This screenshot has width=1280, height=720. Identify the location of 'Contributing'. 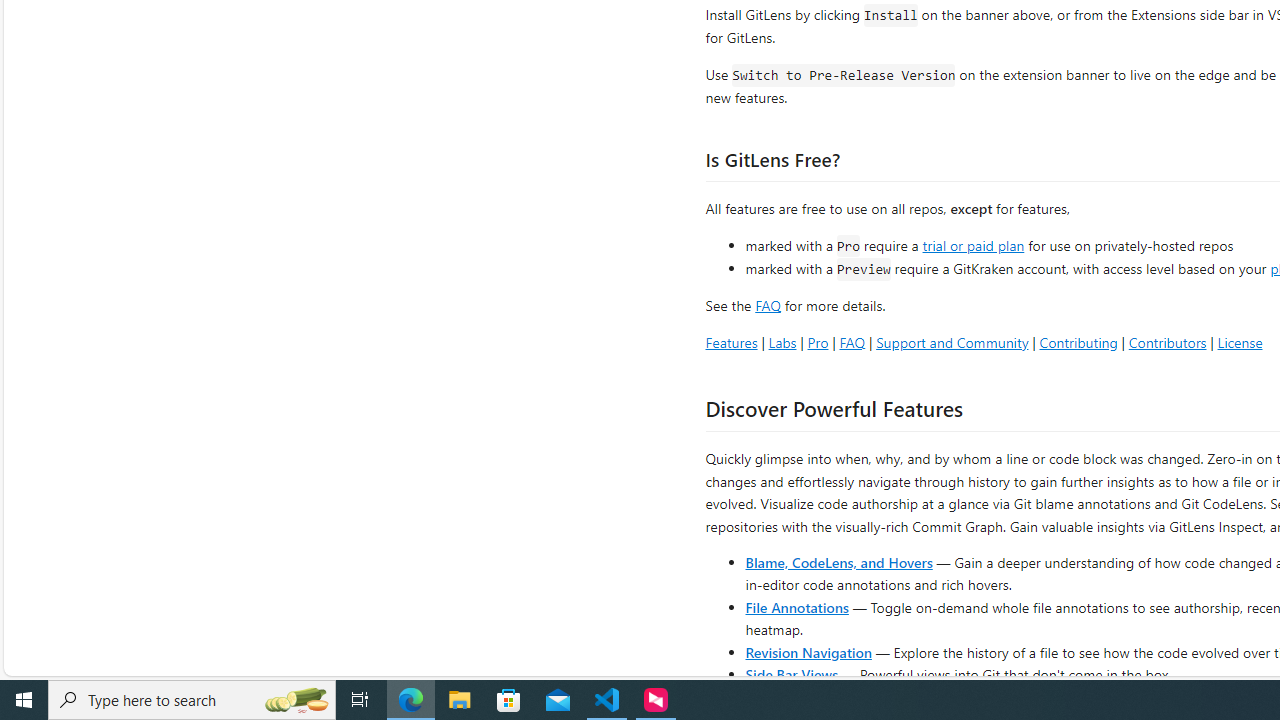
(1077, 341).